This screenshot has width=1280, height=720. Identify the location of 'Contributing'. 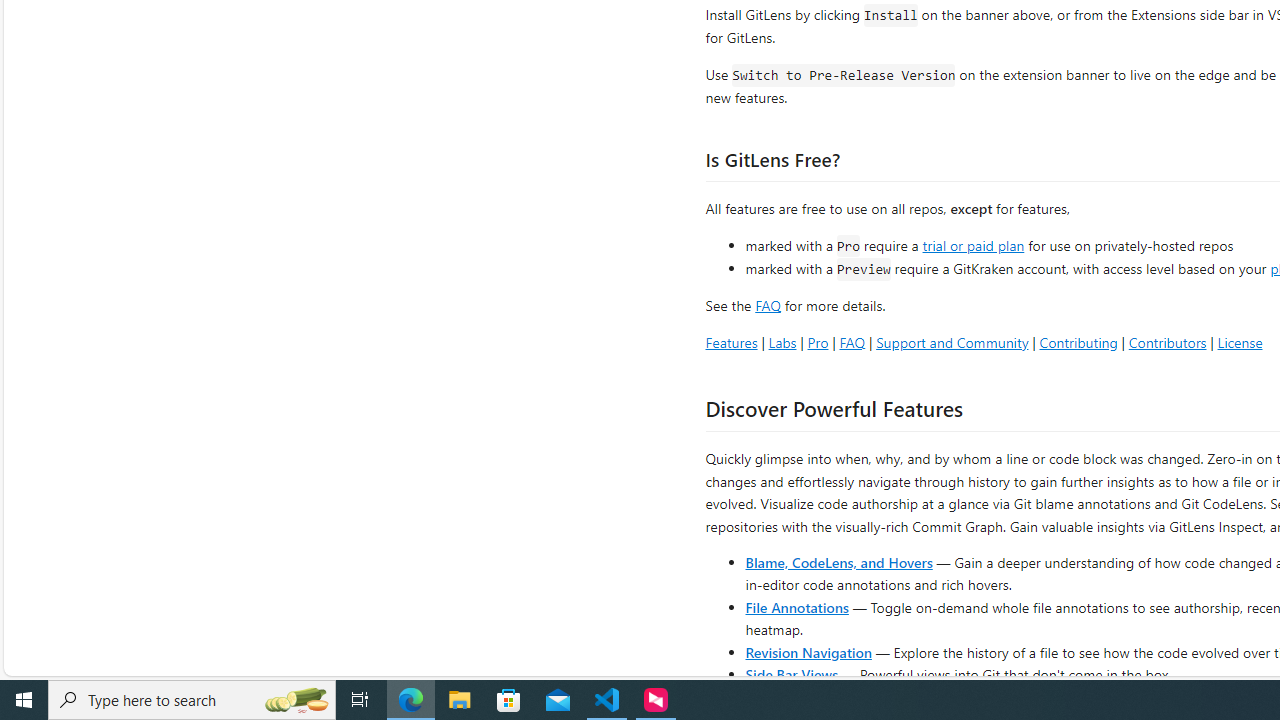
(1077, 341).